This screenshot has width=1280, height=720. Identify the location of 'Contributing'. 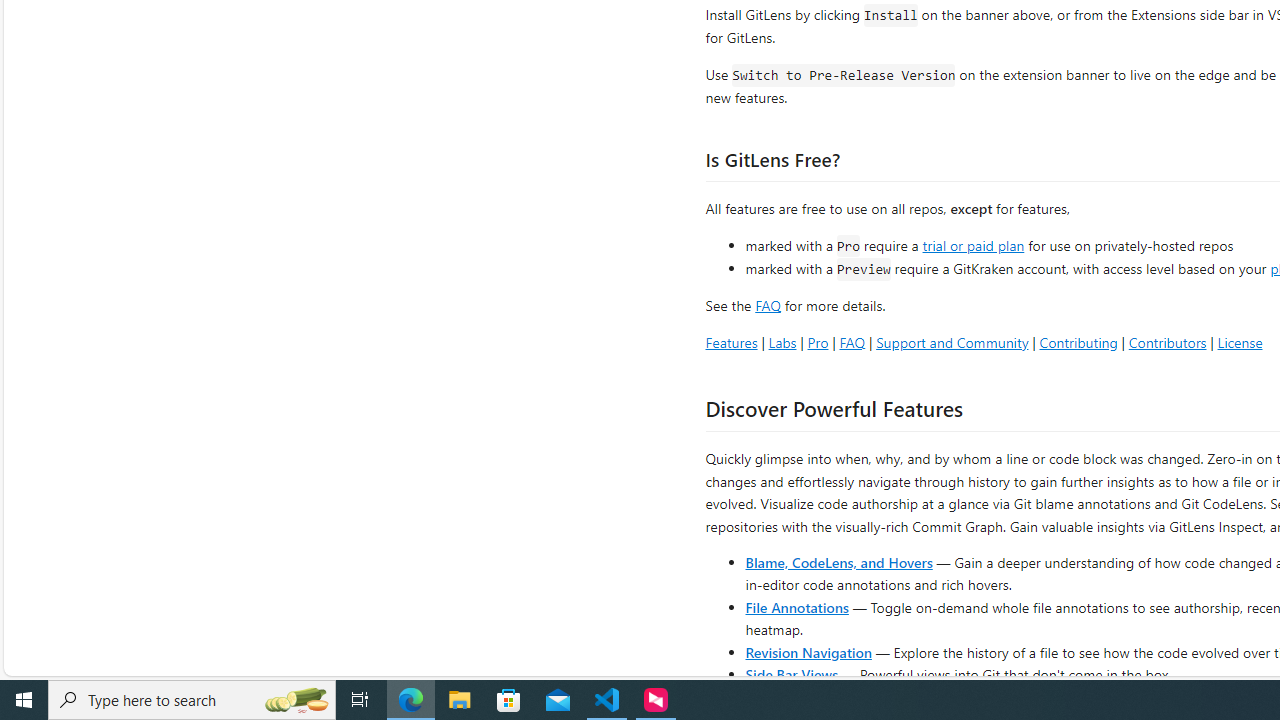
(1077, 341).